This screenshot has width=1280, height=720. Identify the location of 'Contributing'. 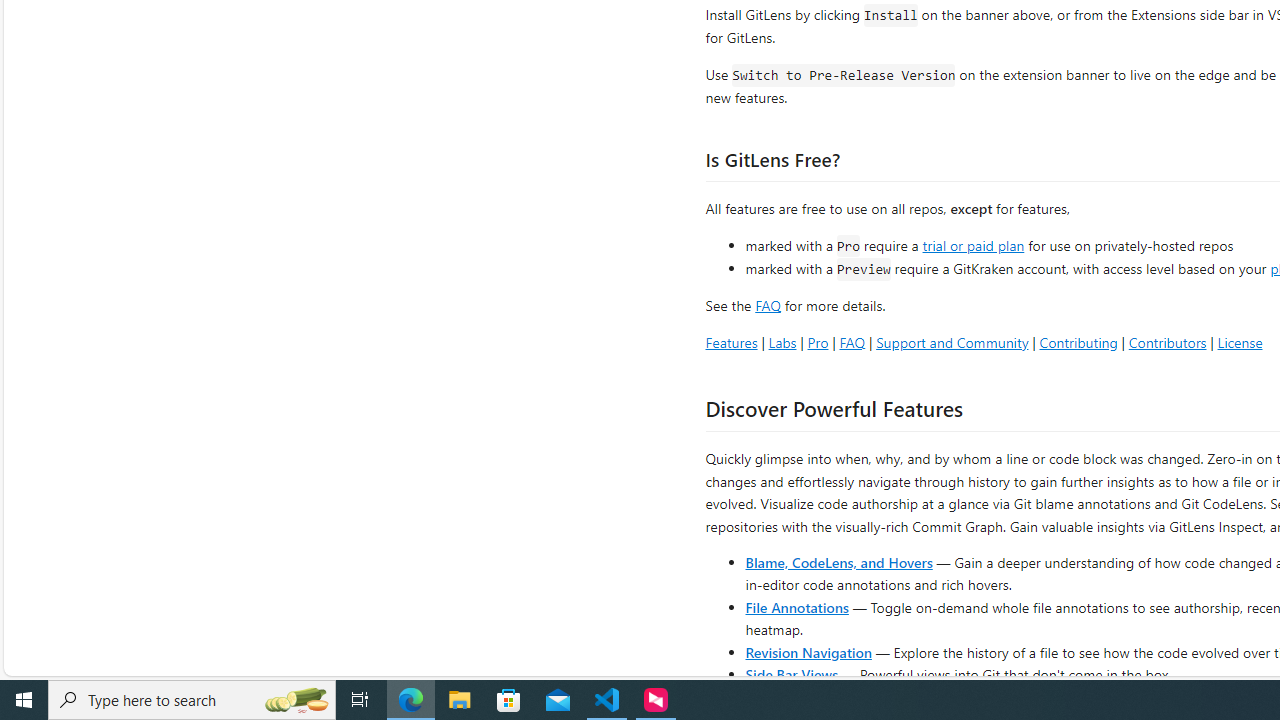
(1077, 341).